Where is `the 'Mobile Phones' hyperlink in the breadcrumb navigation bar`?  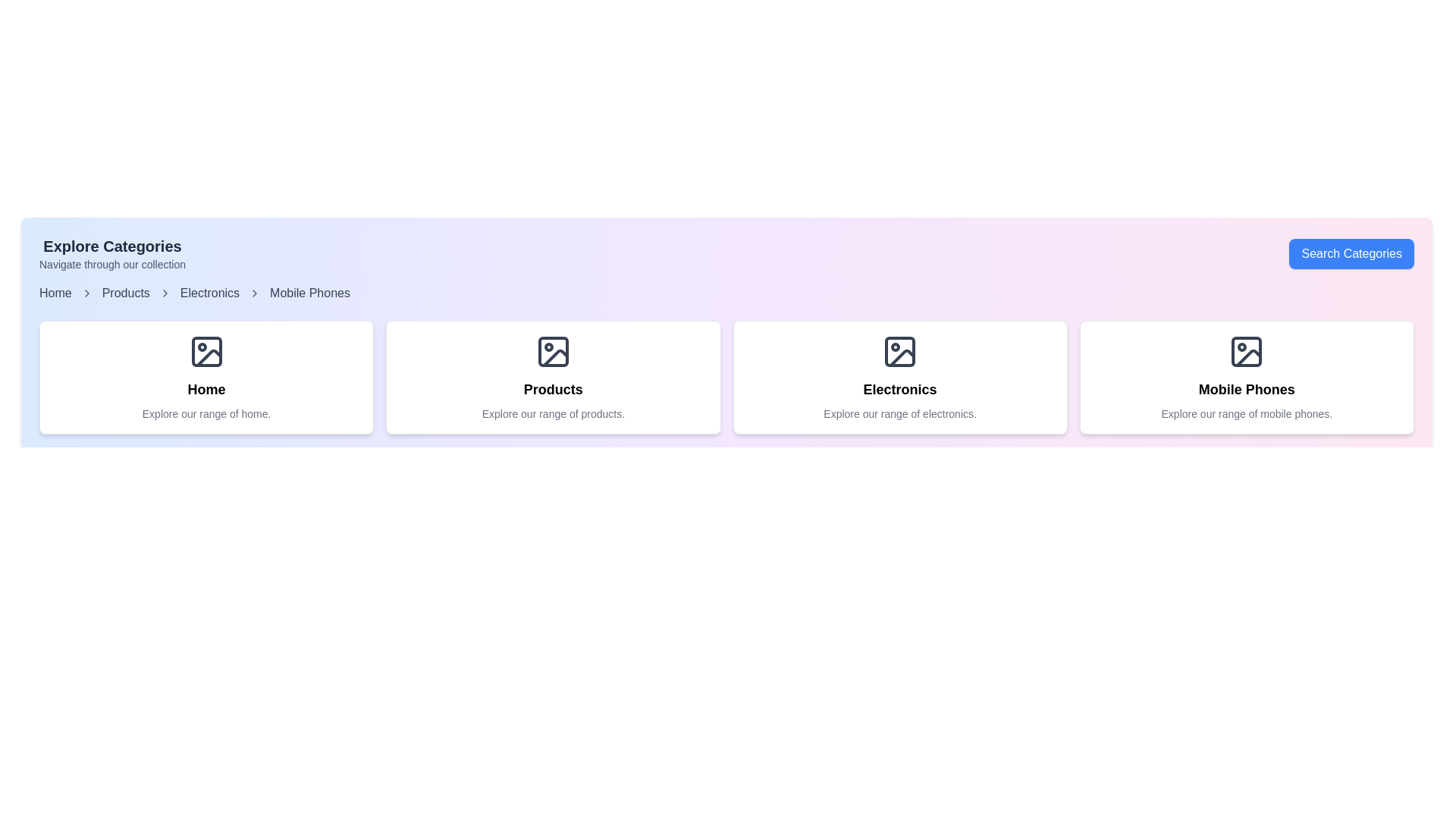
the 'Mobile Phones' hyperlink in the breadcrumb navigation bar is located at coordinates (309, 293).